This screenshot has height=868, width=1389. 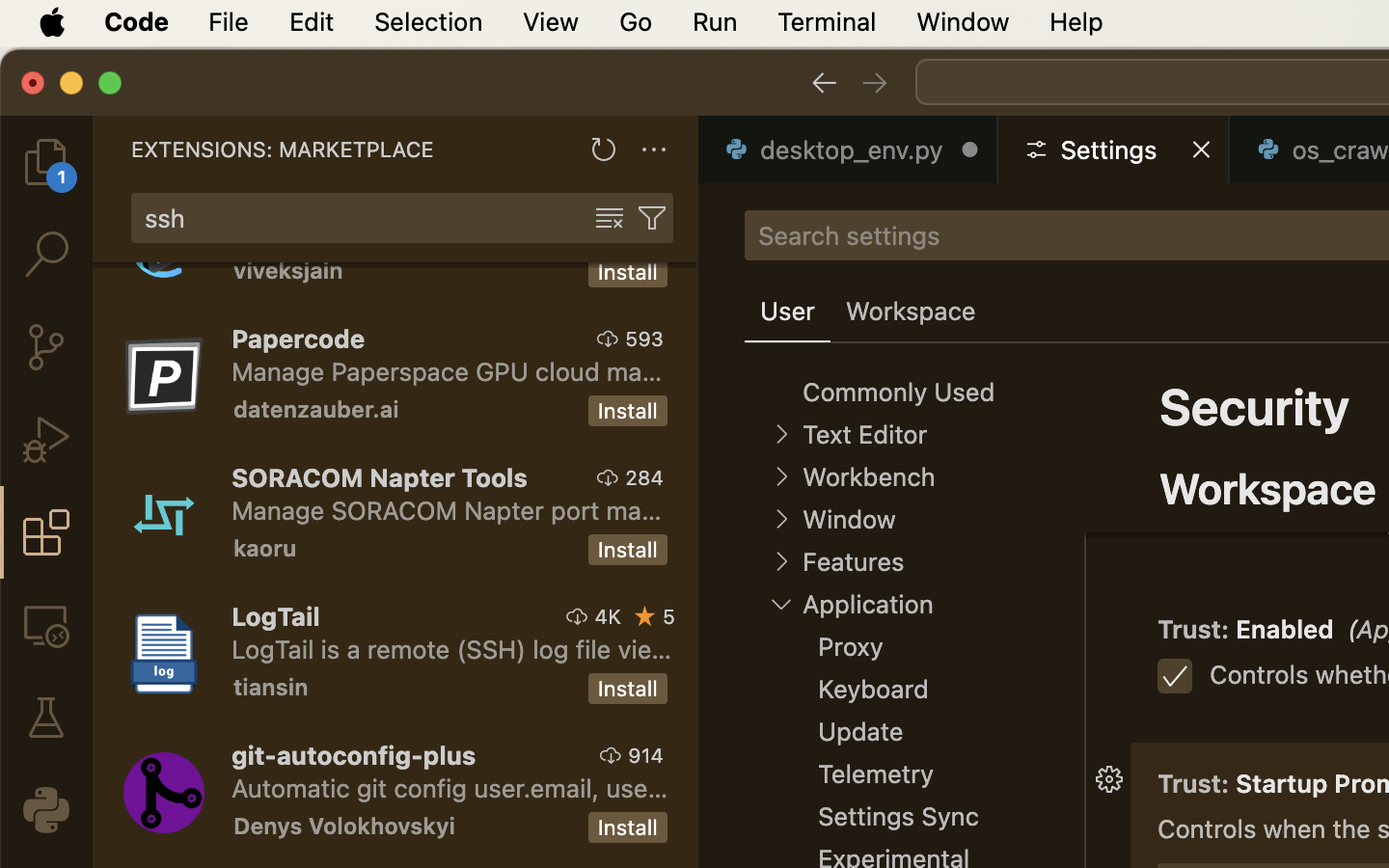 I want to click on '0 ', so click(x=44, y=347).